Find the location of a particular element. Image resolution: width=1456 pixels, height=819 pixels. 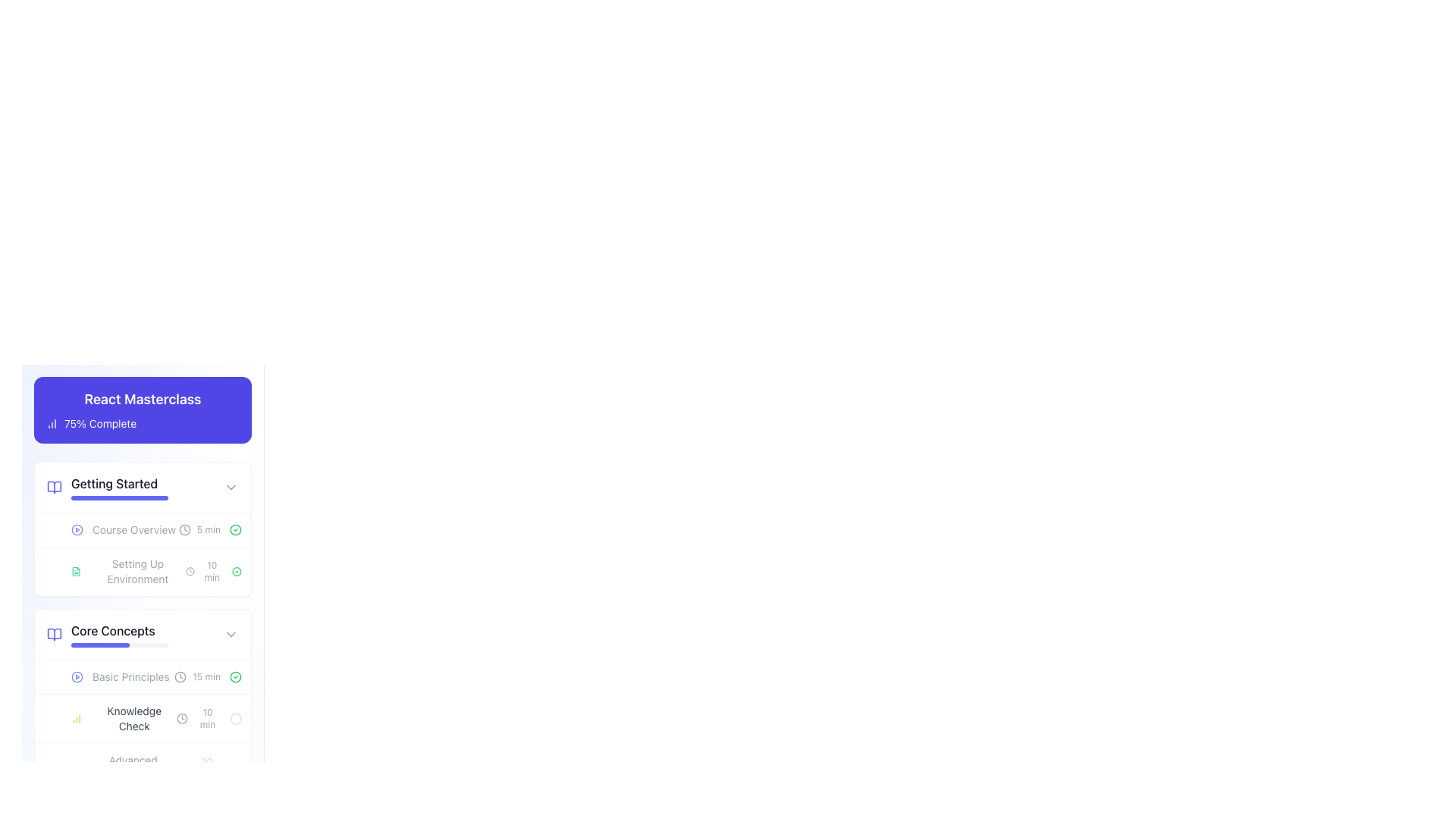

the icon associated with the 'Core Concepts' section is located at coordinates (107, 635).